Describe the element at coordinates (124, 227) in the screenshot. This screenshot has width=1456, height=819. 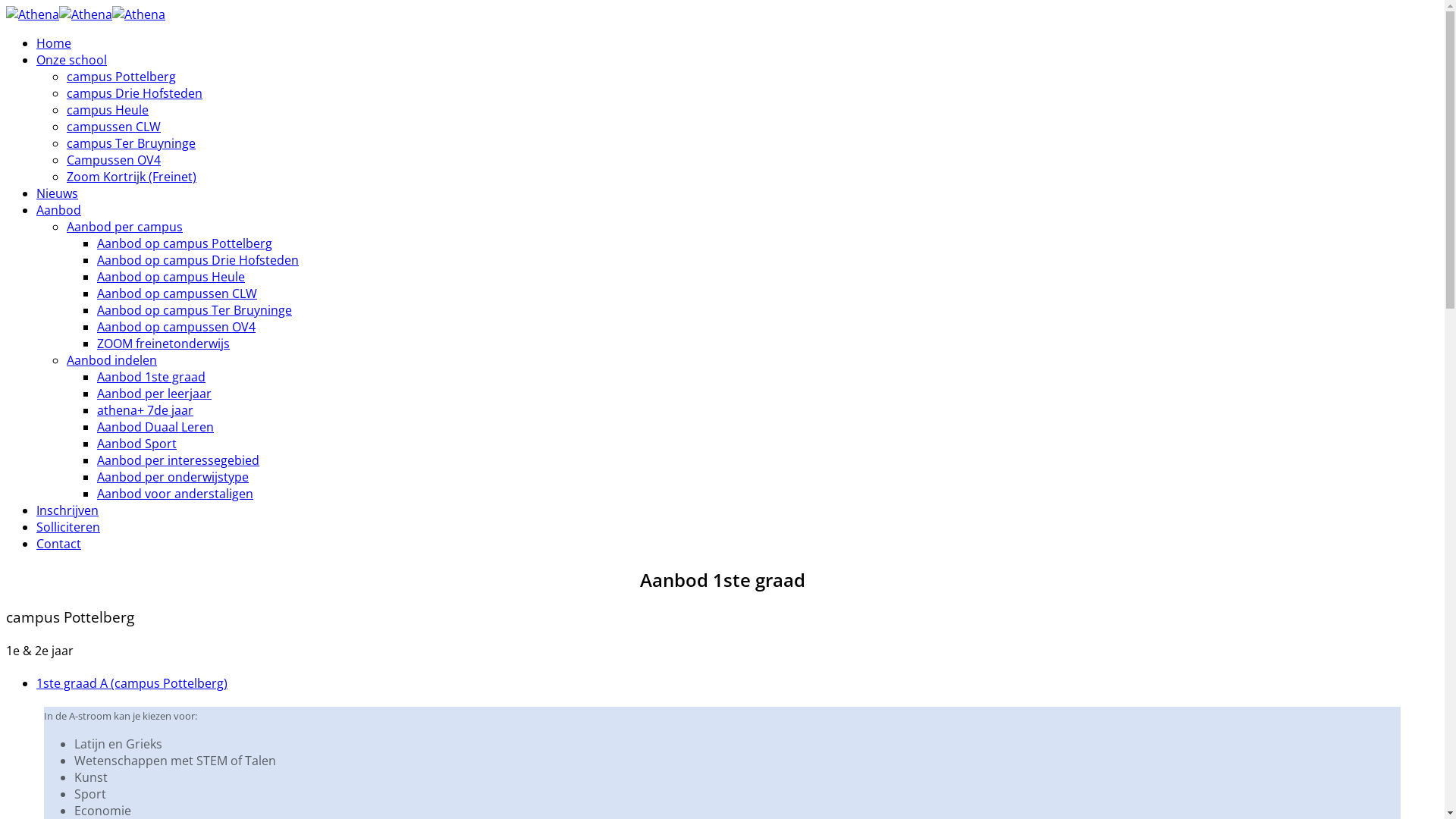
I see `'Aanbod per campus'` at that location.